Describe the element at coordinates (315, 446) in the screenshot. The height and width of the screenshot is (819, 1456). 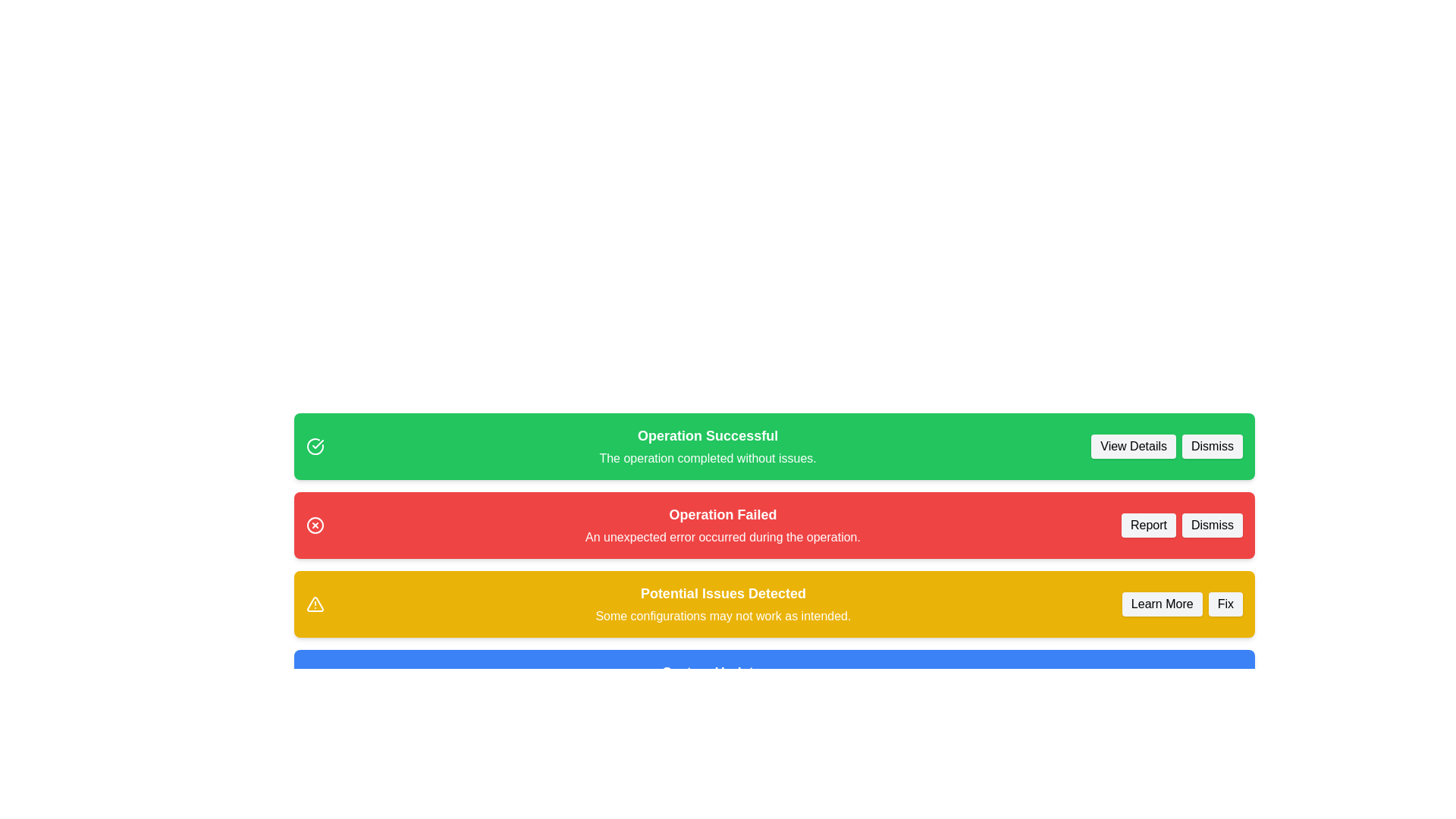
I see `the small circular icon with a check mark inside, which is styled in white on a green background, located at the top-left of the 'Operation Successful' notification card` at that location.